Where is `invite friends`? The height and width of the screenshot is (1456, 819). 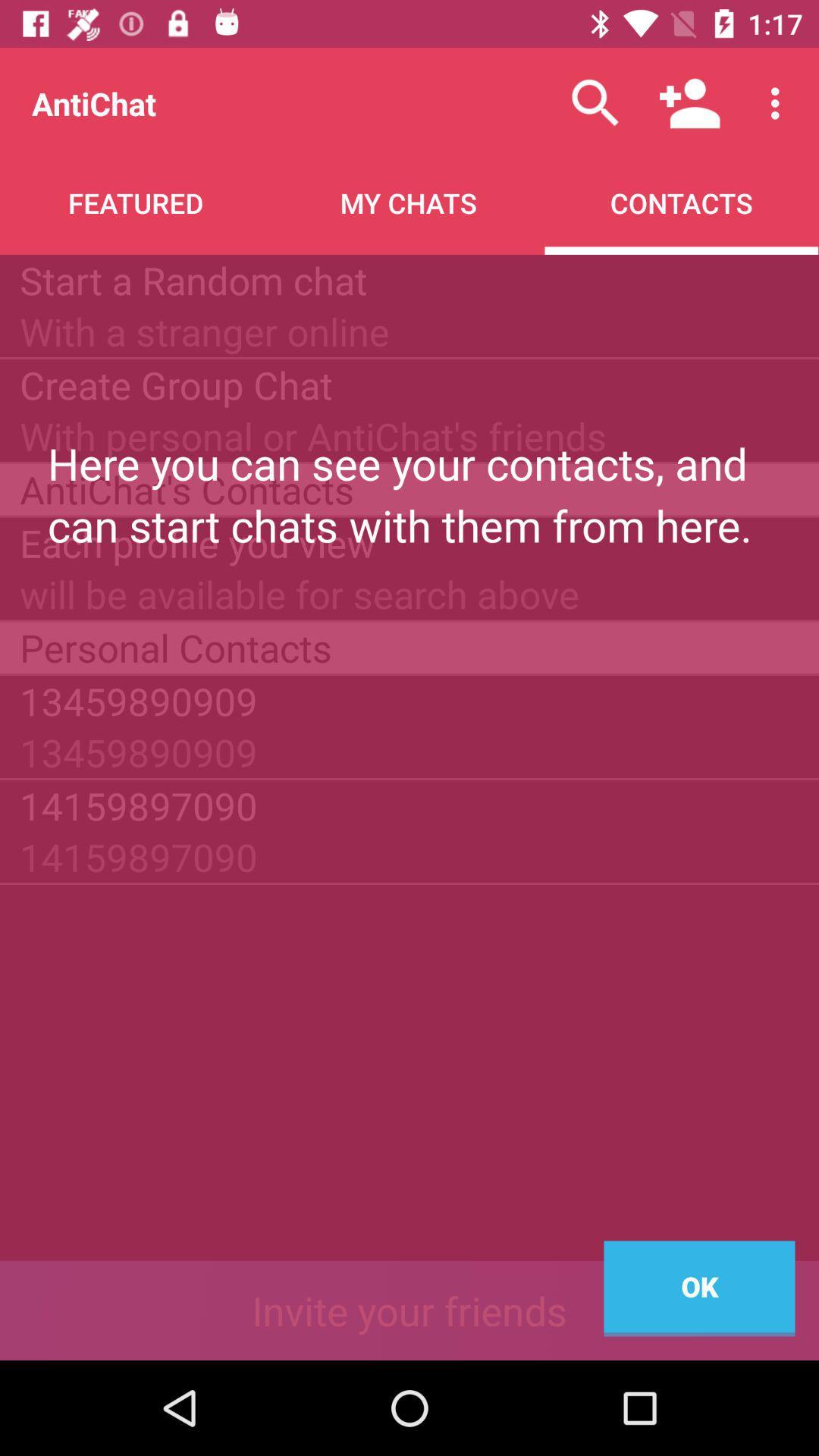 invite friends is located at coordinates (409, 1310).